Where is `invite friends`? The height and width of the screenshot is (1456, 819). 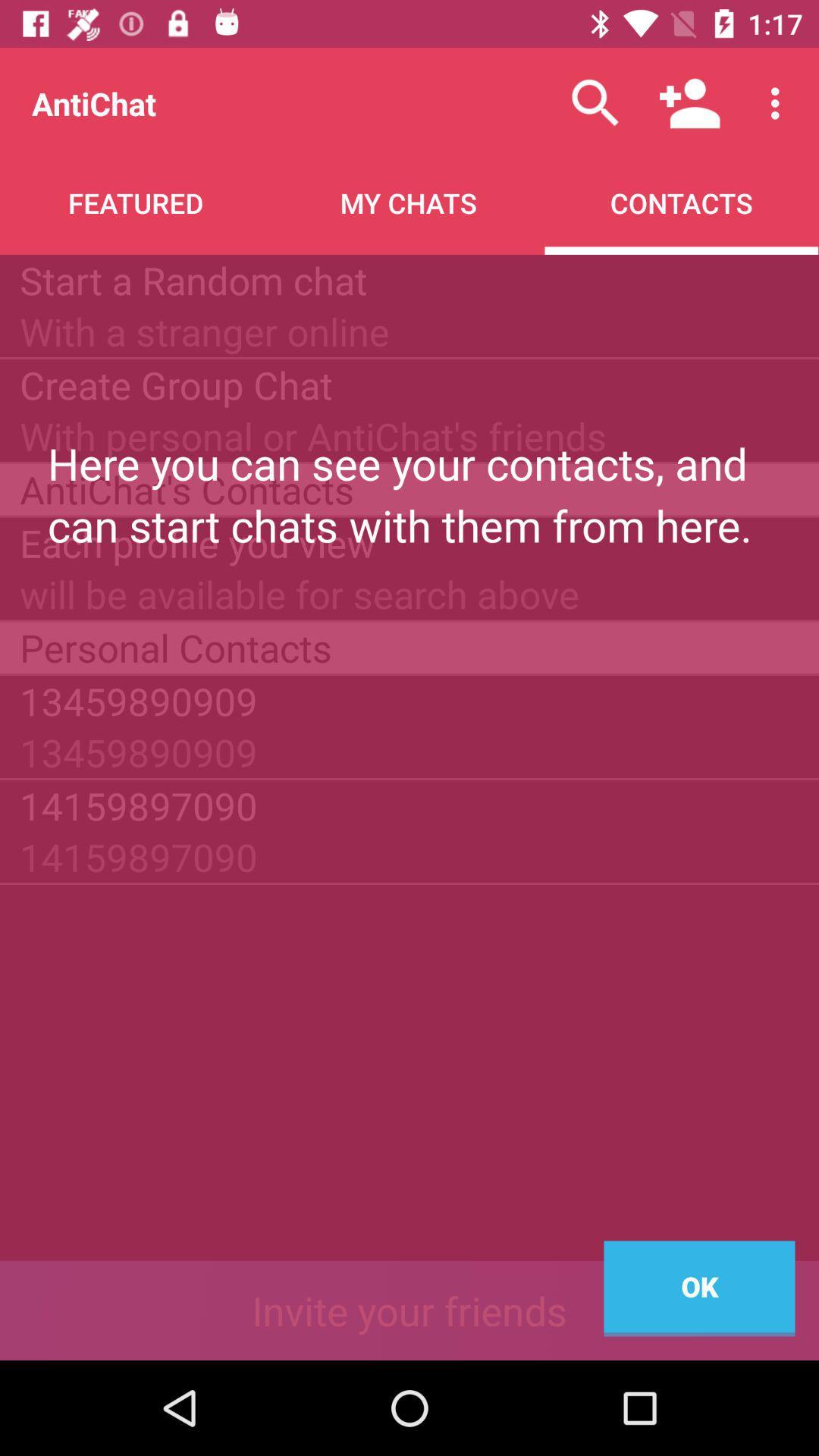 invite friends is located at coordinates (409, 1310).